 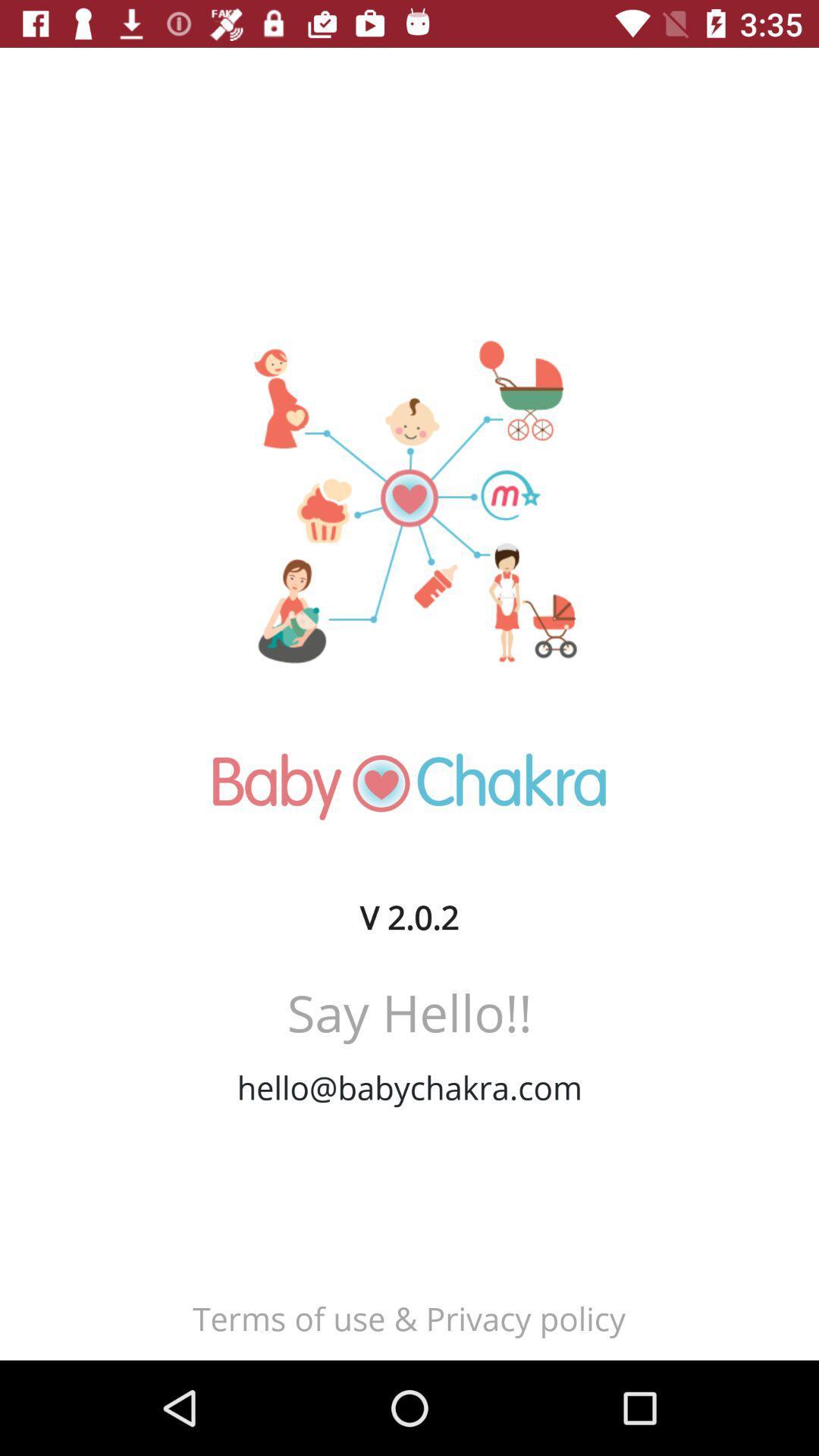 I want to click on the hello@babychakra.com icon, so click(x=409, y=1087).